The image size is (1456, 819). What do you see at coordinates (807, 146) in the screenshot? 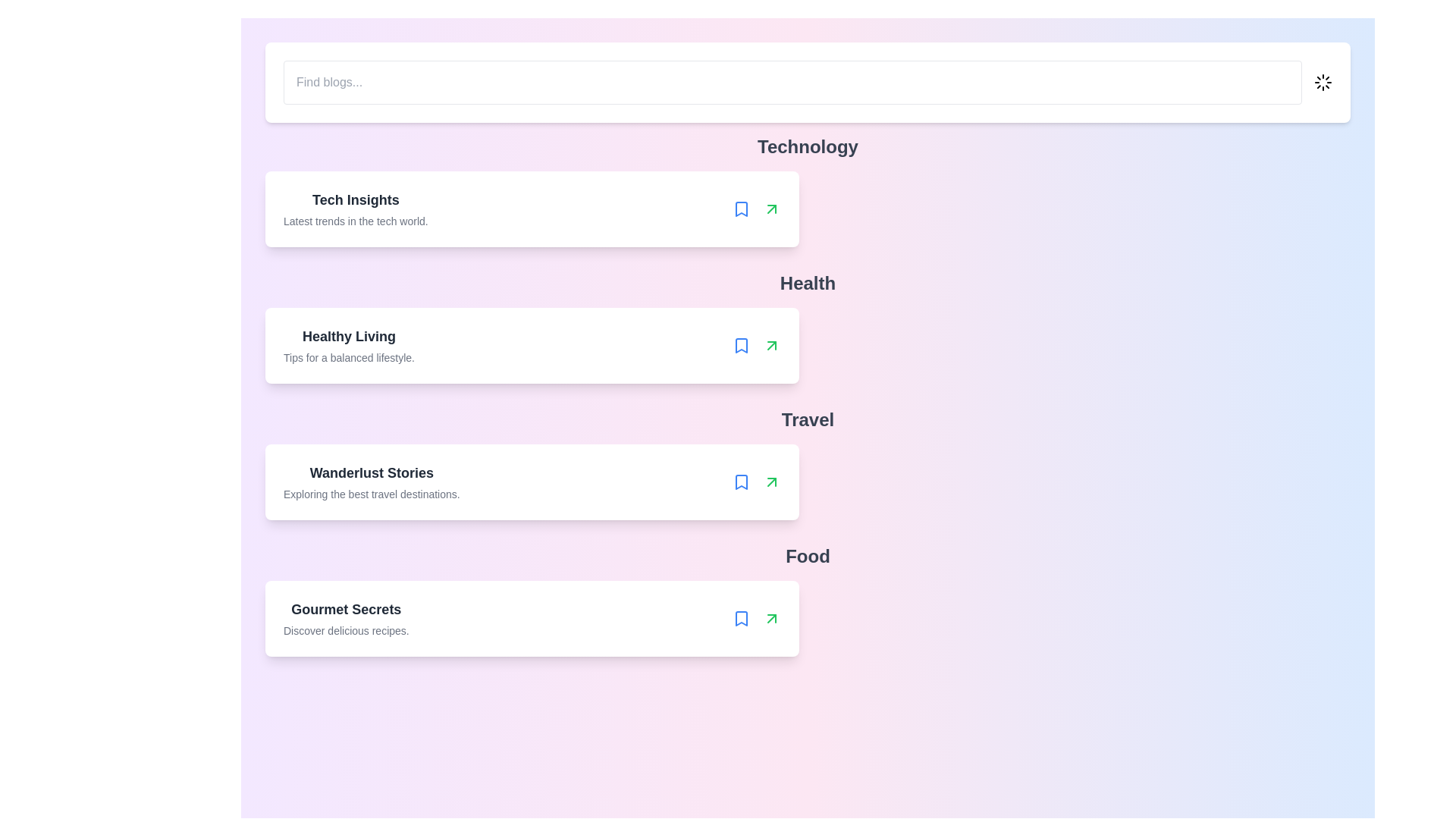
I see `the Text label, which serves as a section title or category label located at the top center of the interface` at bounding box center [807, 146].